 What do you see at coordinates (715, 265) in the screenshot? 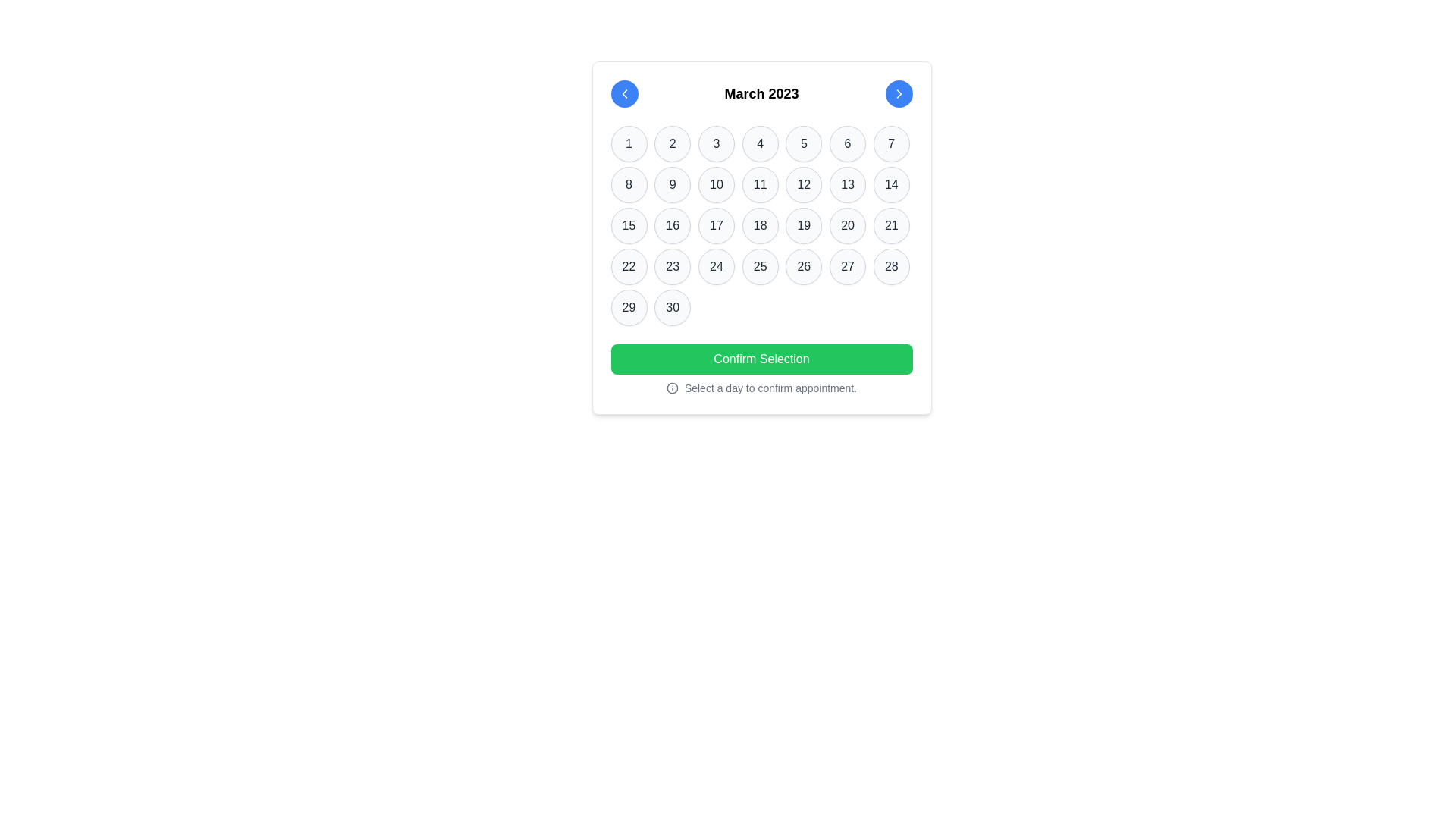
I see `the button representing the 24th day in the calendar` at bounding box center [715, 265].